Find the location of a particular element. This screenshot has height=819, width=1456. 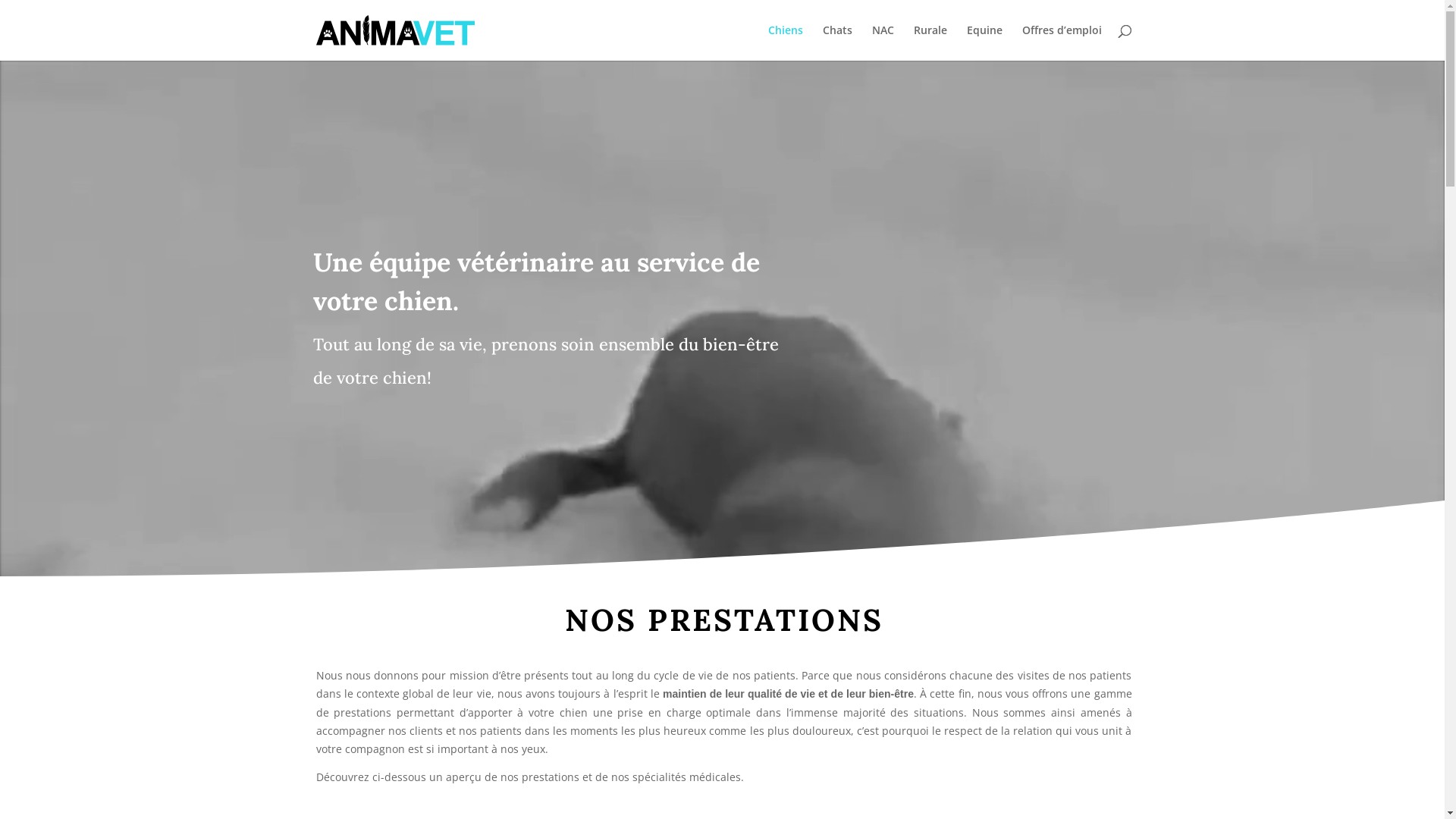

'Rurale' is located at coordinates (912, 42).